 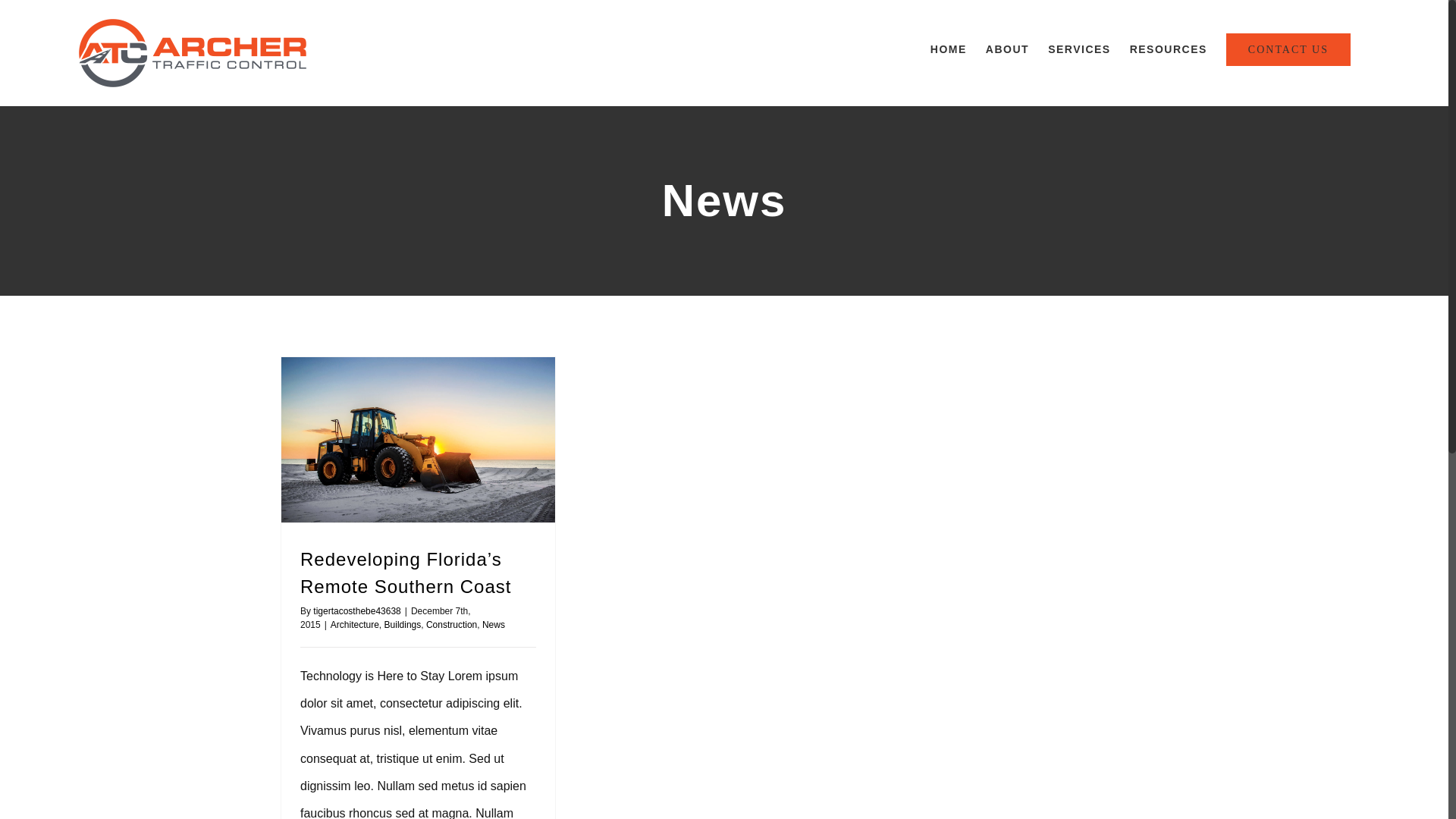 What do you see at coordinates (354, 625) in the screenshot?
I see `'Architecture'` at bounding box center [354, 625].